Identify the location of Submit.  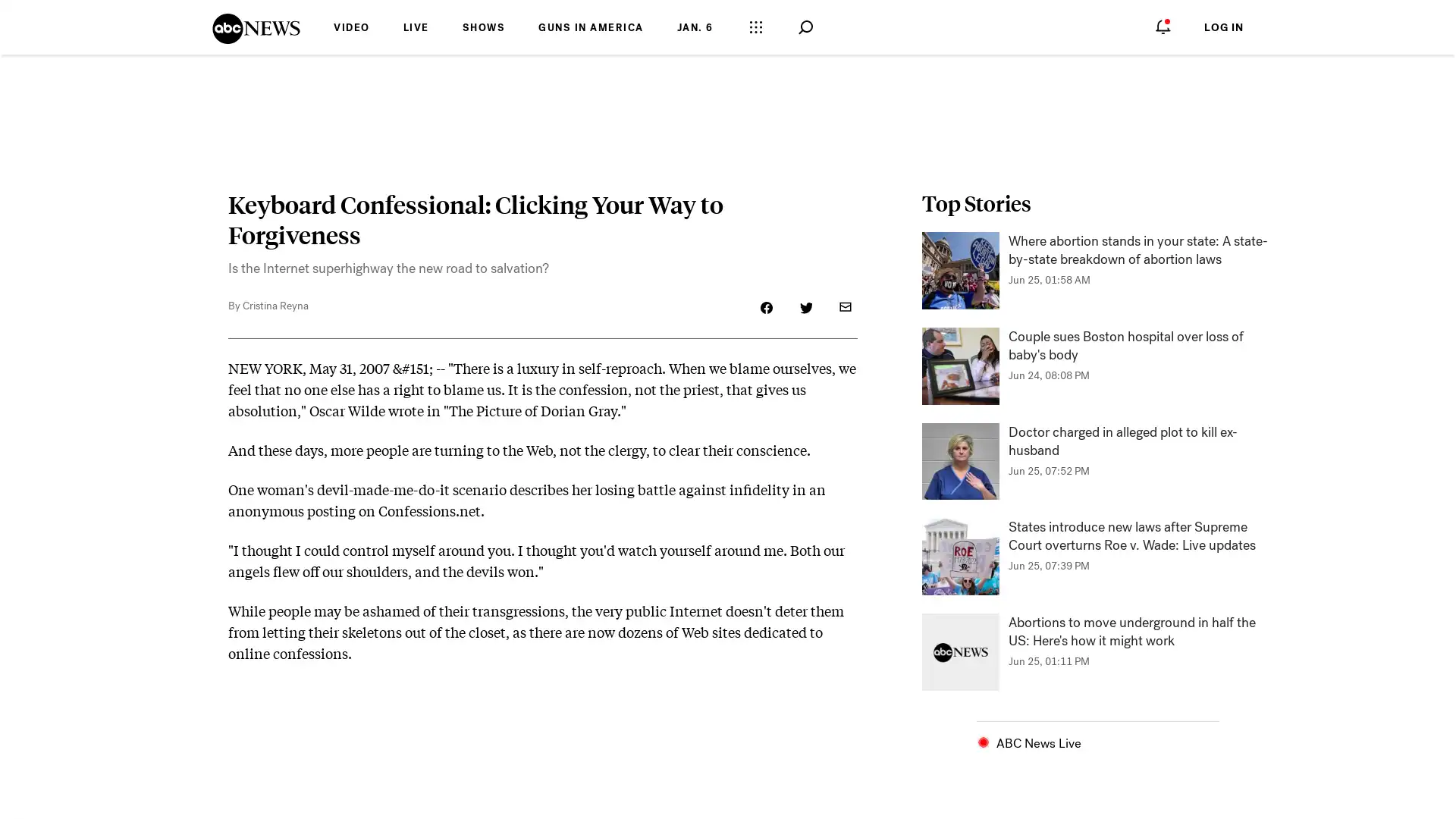
(830, 27).